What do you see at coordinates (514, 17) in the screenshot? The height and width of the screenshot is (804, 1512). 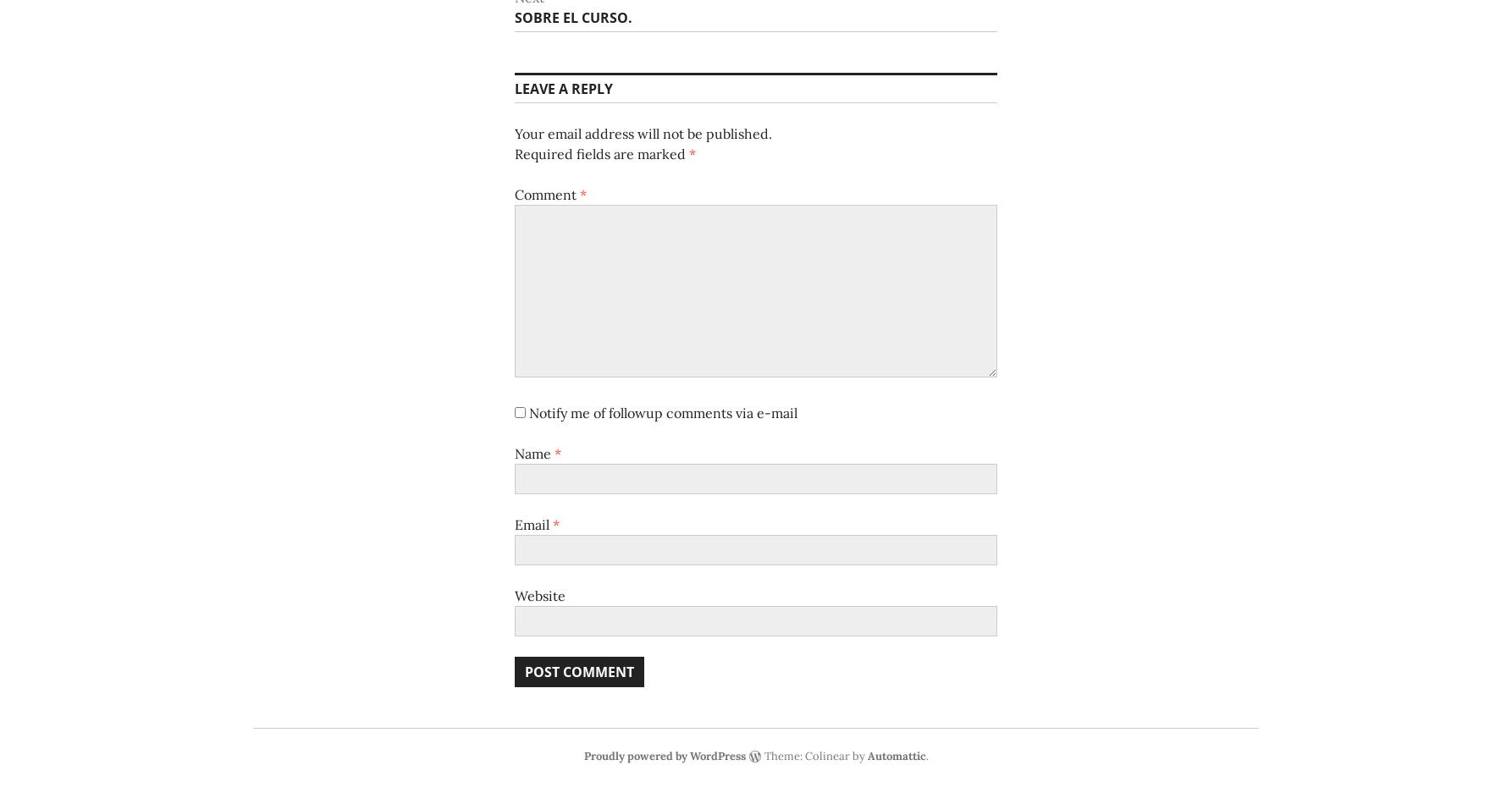 I see `'Sobre el curso.'` at bounding box center [514, 17].